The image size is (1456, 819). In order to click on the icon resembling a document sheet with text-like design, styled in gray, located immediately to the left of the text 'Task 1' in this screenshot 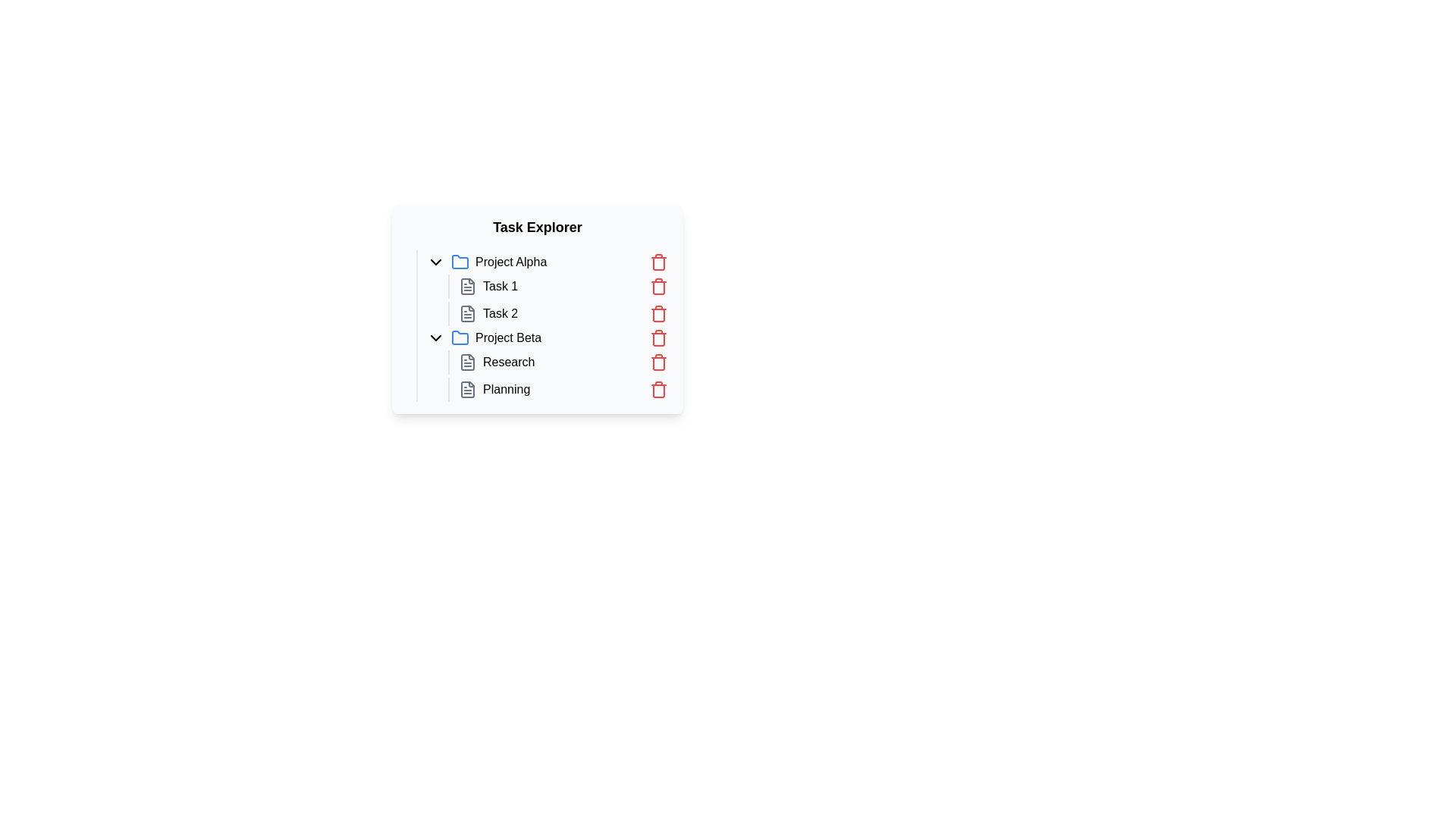, I will do `click(467, 287)`.